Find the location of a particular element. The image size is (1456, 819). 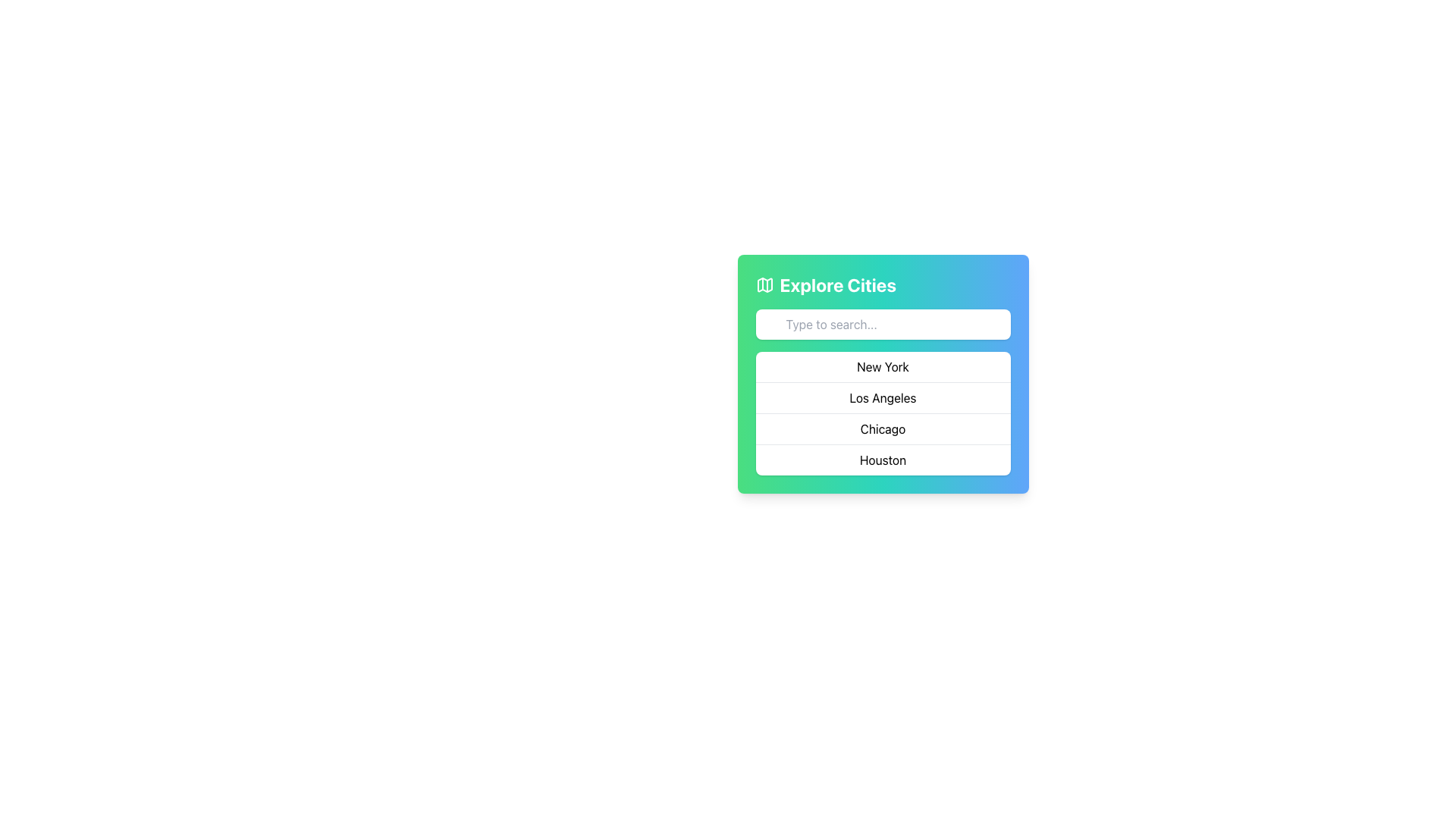

the decorative icon representing exploration, located to the left of the 'Explore Cities' title text in the top left portion of the card area is located at coordinates (764, 284).